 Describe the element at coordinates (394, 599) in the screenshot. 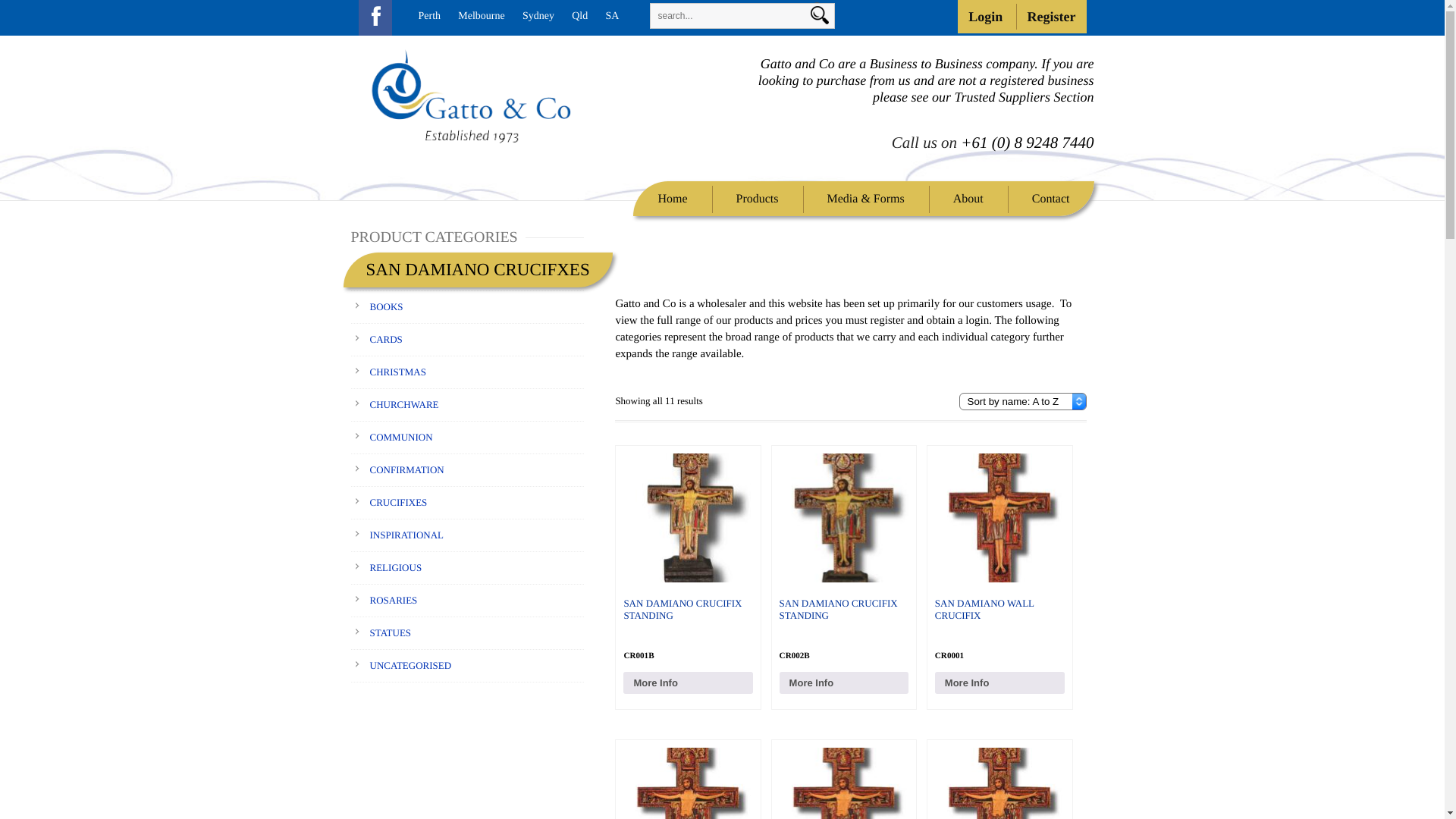

I see `'ROSARIES'` at that location.